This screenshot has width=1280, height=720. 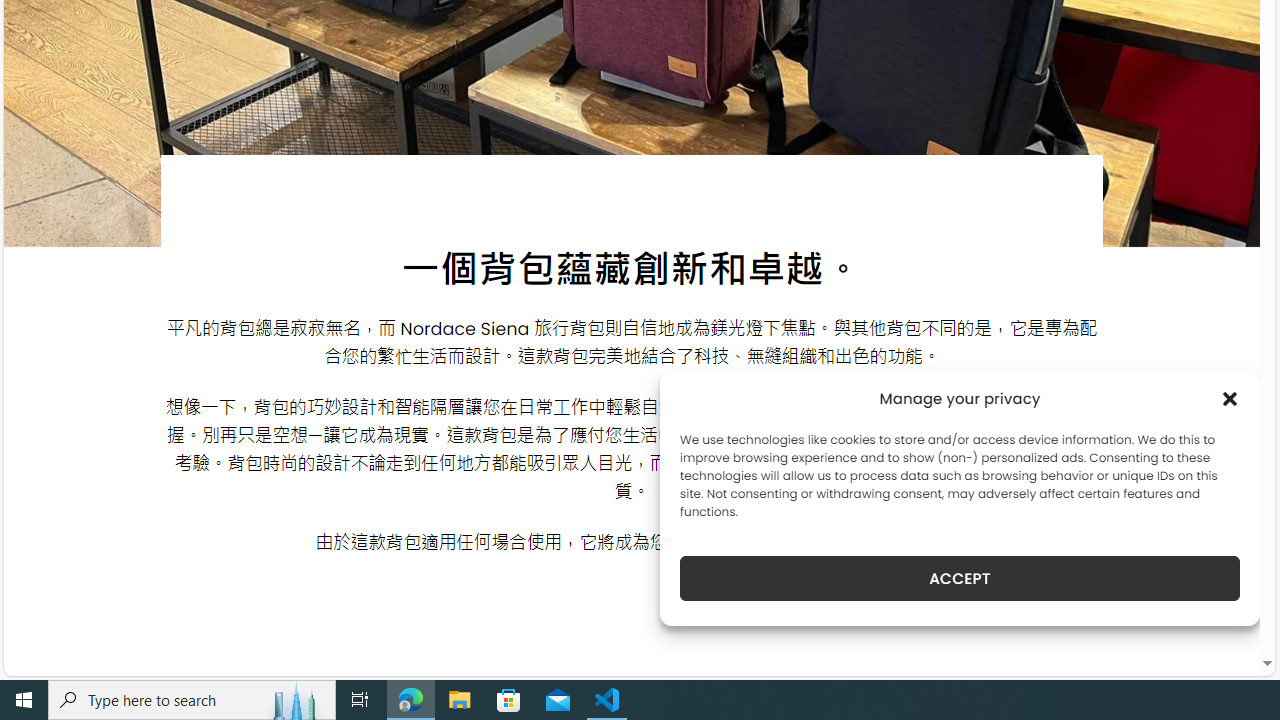 What do you see at coordinates (192, 698) in the screenshot?
I see `'Type here to search'` at bounding box center [192, 698].